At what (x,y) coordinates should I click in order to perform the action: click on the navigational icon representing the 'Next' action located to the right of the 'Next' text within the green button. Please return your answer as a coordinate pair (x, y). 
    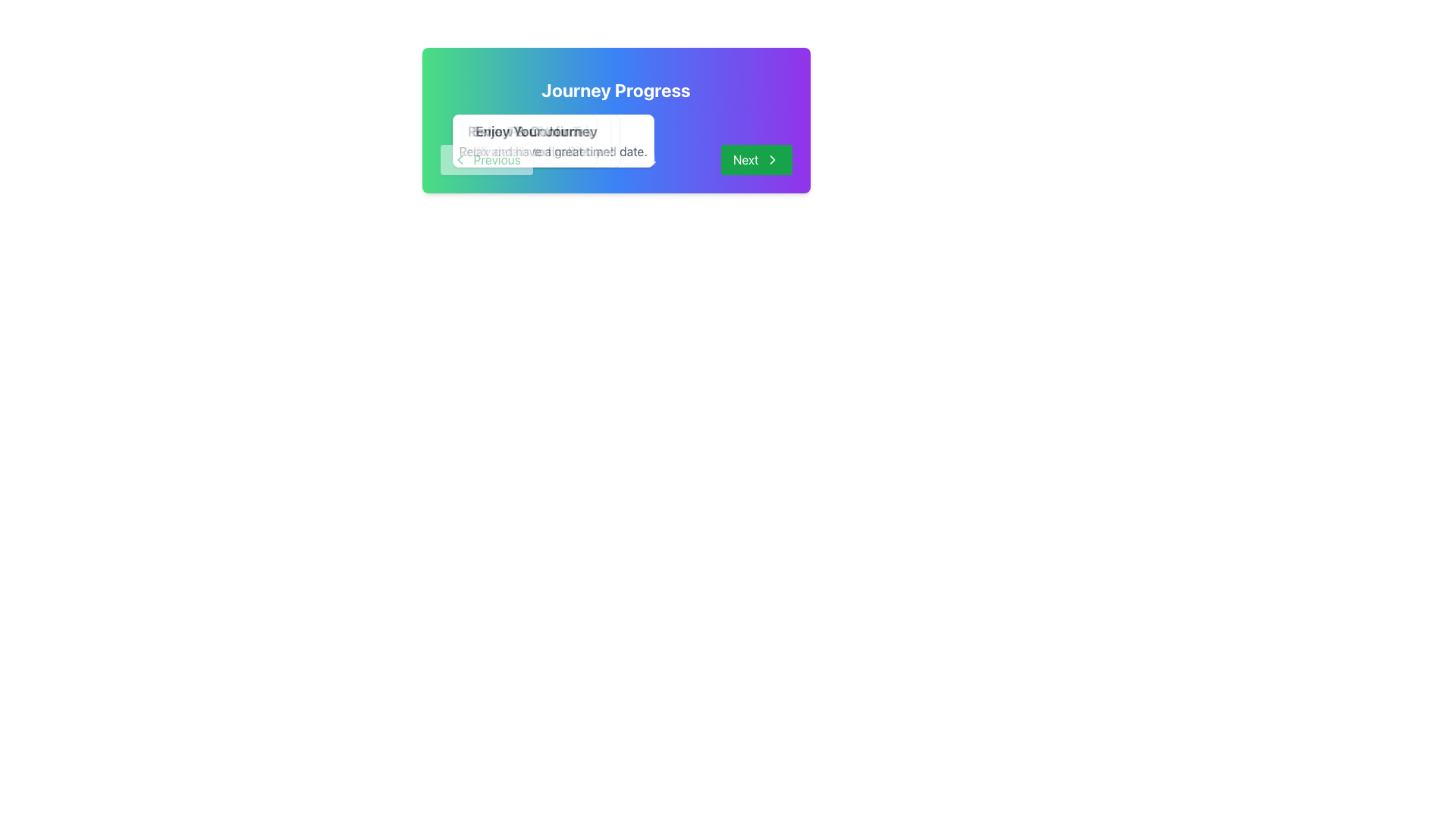
    Looking at the image, I should click on (772, 160).